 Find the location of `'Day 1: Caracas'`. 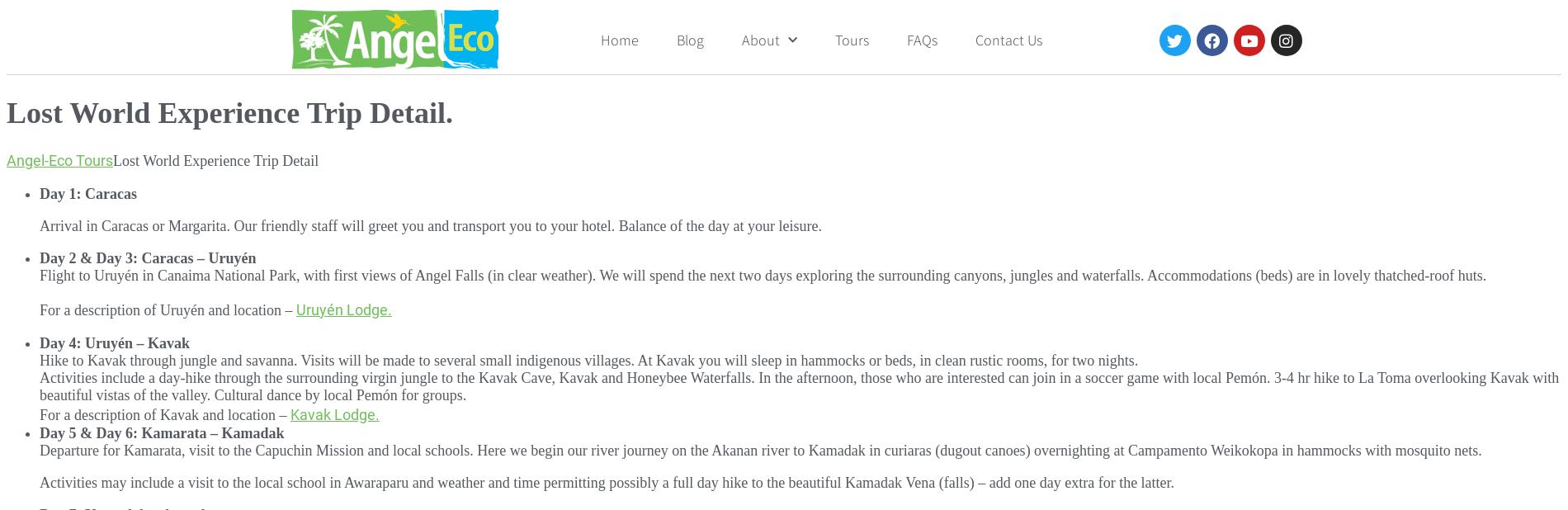

'Day 1: Caracas' is located at coordinates (87, 192).